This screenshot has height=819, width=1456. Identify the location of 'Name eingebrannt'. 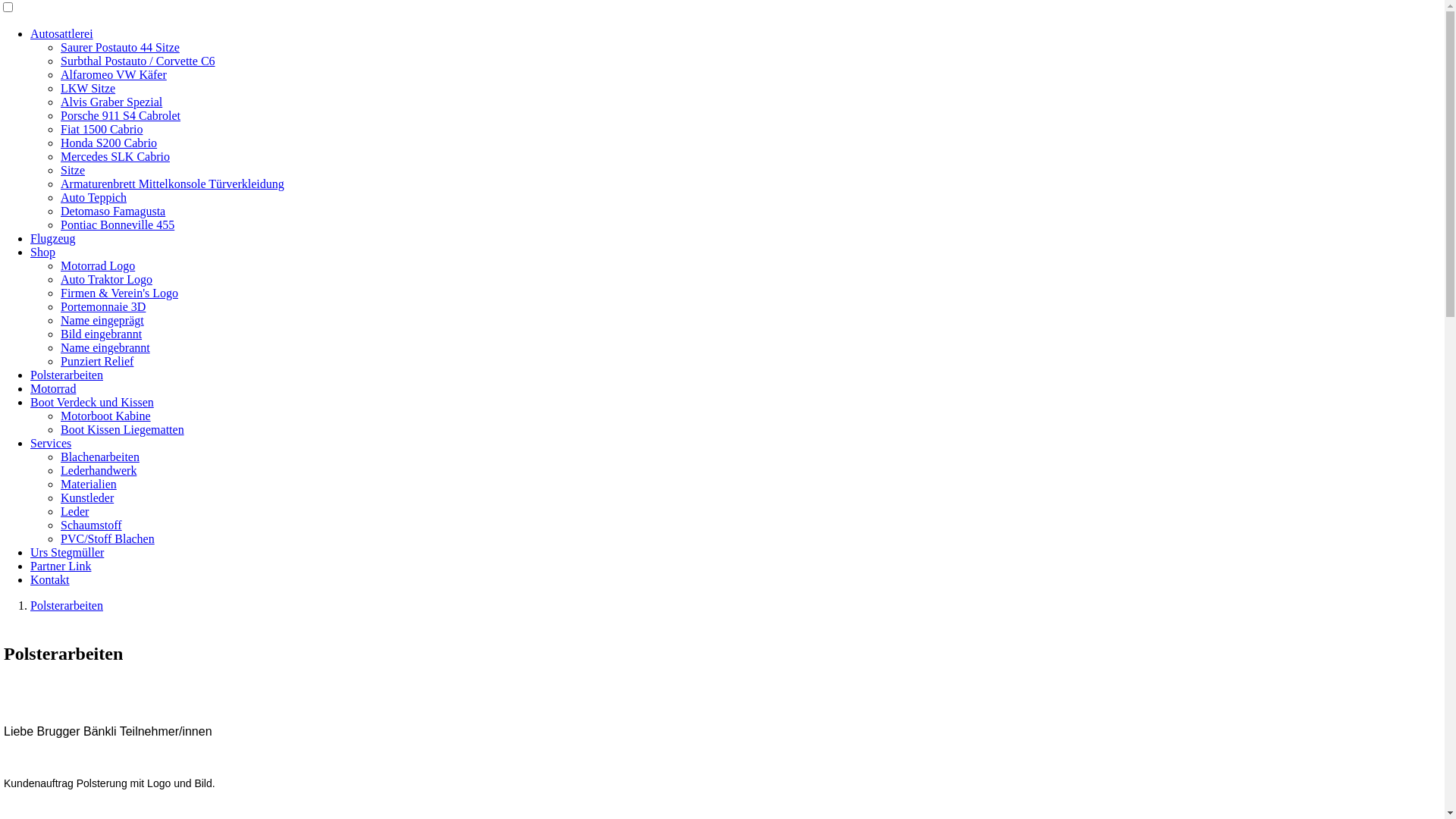
(105, 347).